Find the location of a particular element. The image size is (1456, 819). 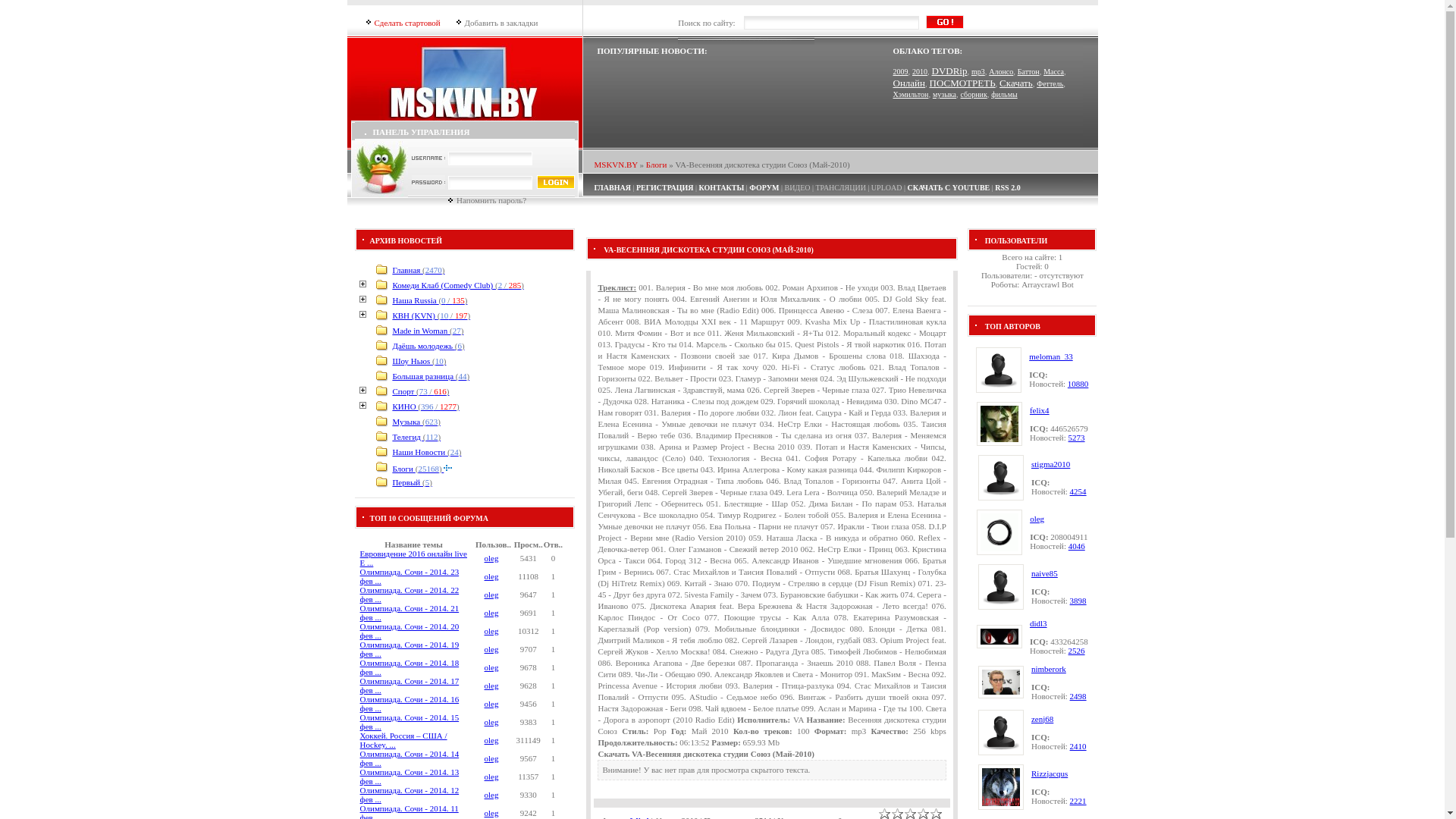

'meloman_33' is located at coordinates (1050, 356).